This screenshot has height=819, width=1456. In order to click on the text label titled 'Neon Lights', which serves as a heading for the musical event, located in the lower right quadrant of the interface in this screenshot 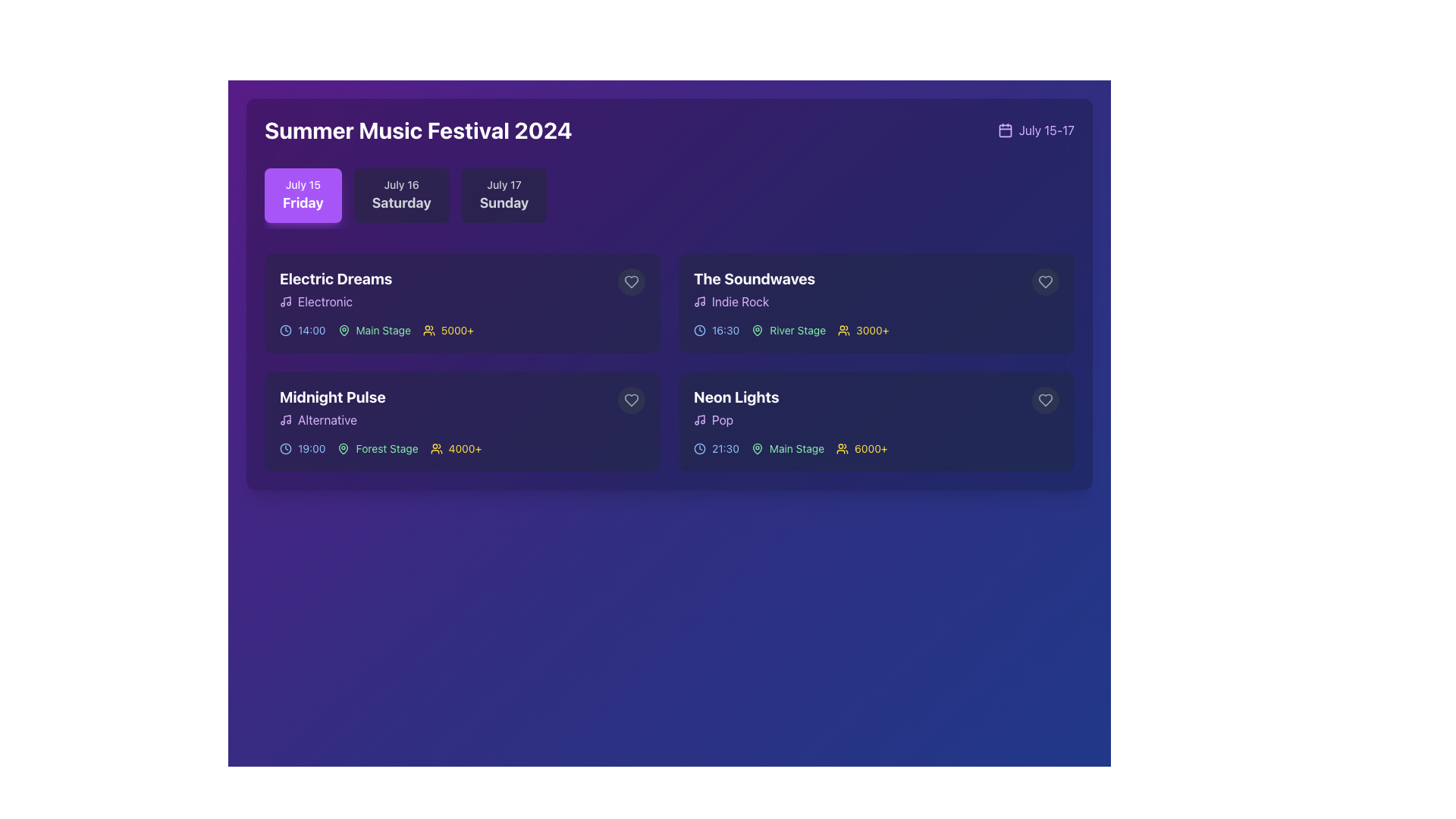, I will do `click(736, 397)`.